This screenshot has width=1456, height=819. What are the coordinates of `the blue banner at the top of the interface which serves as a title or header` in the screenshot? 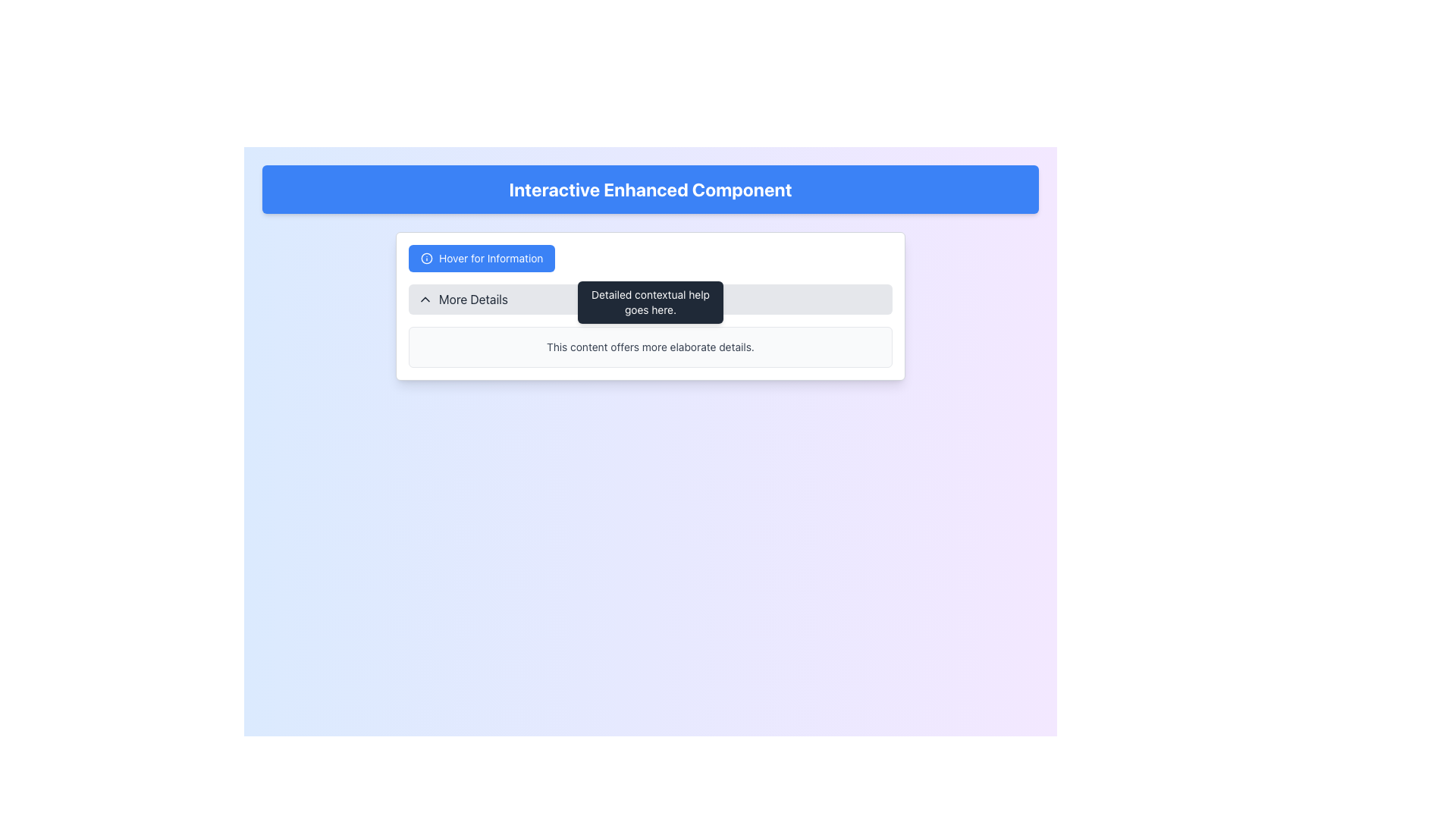 It's located at (651, 189).